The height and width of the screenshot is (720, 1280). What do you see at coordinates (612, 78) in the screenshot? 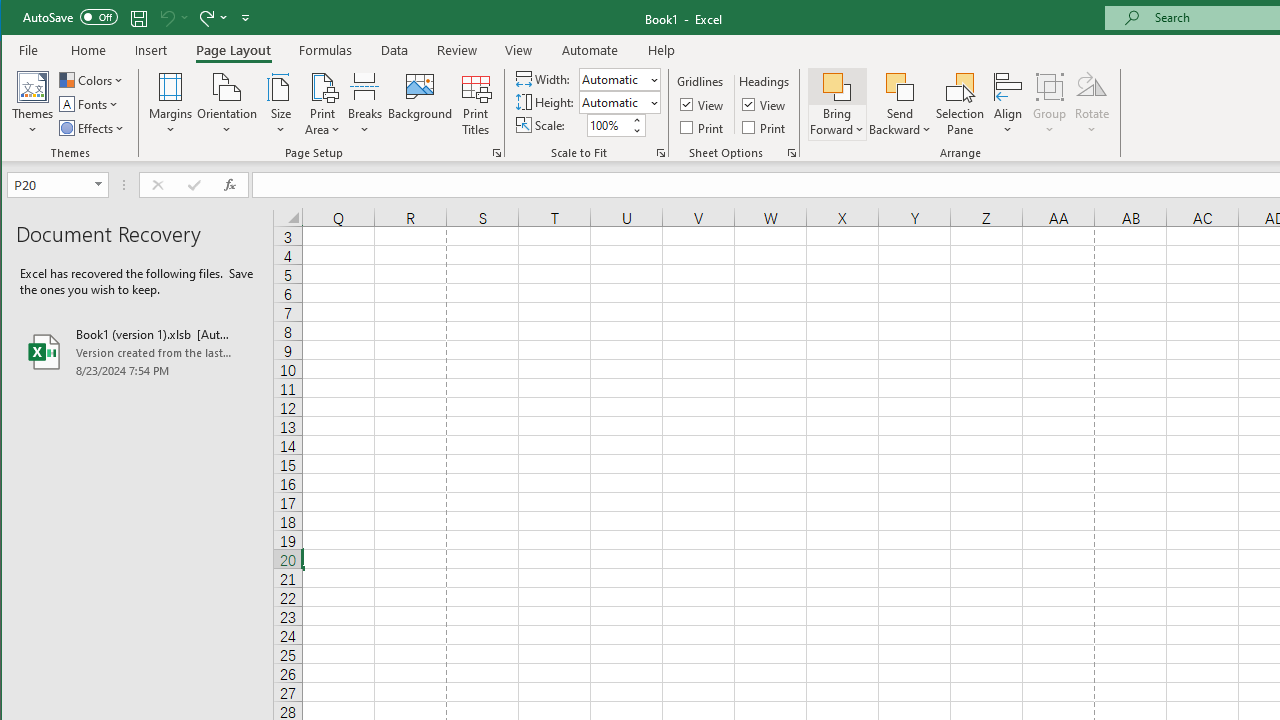
I see `'Width'` at bounding box center [612, 78].